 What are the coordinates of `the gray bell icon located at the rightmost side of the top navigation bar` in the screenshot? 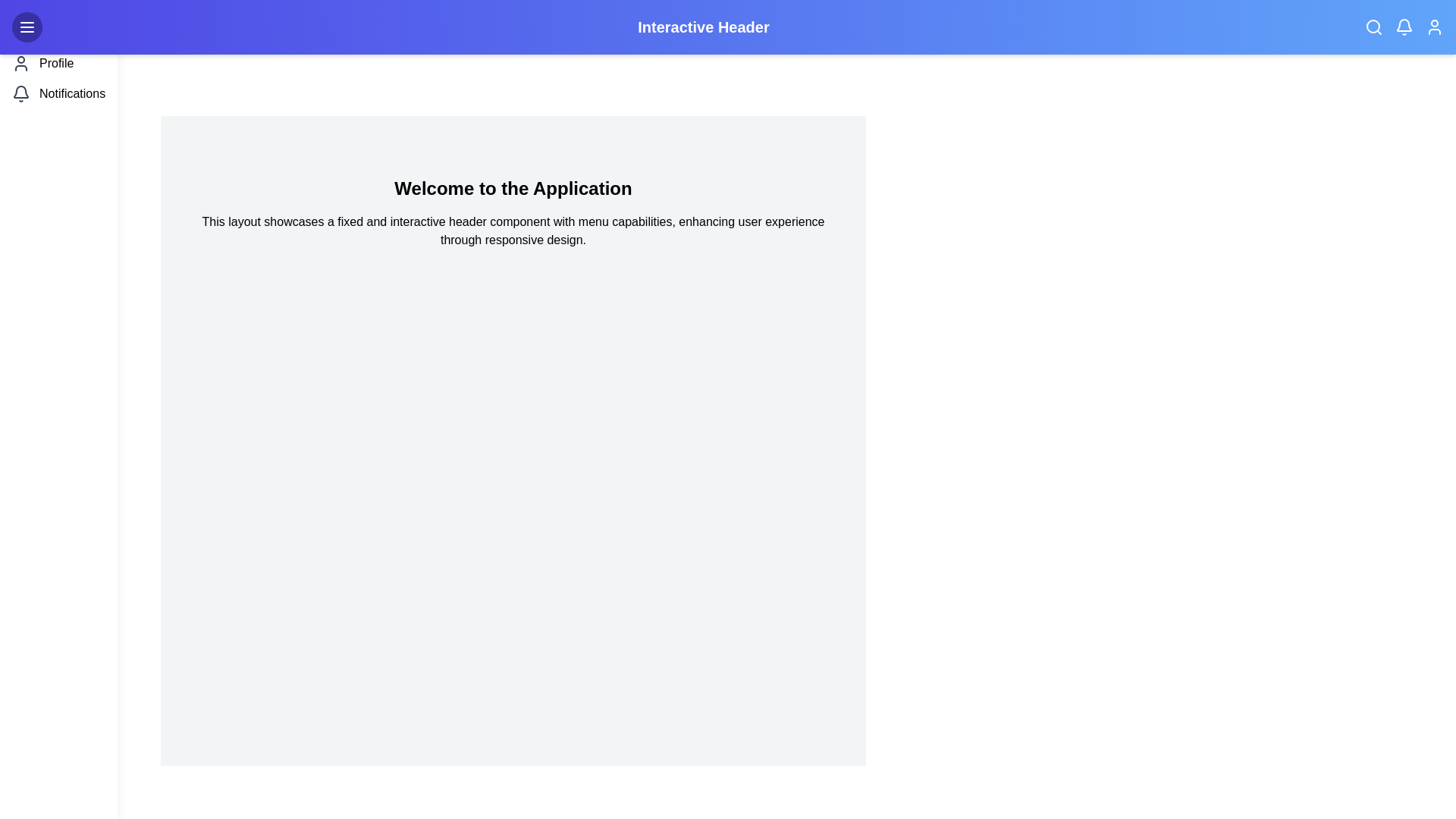 It's located at (21, 92).